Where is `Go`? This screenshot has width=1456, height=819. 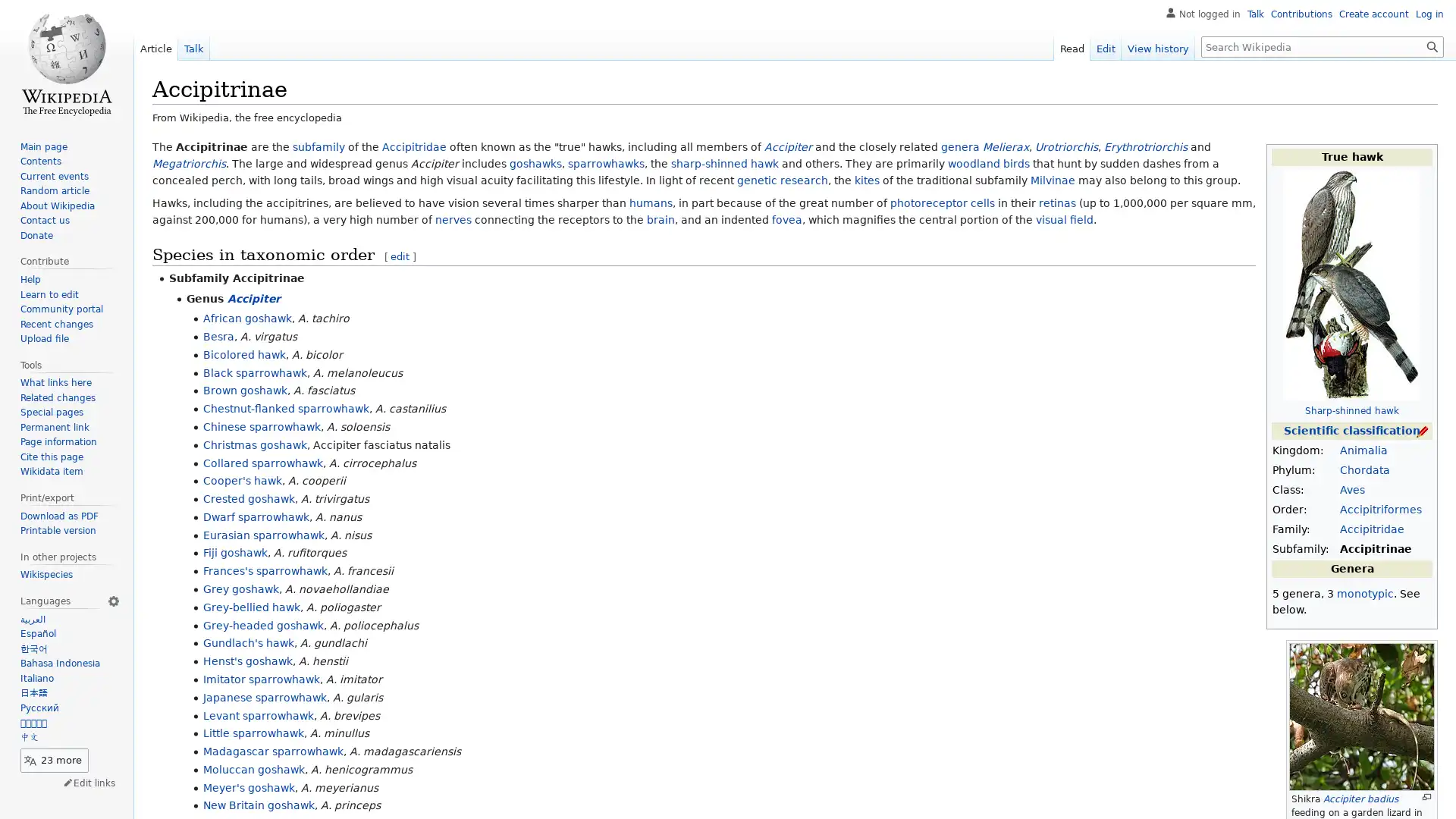
Go is located at coordinates (1432, 45).